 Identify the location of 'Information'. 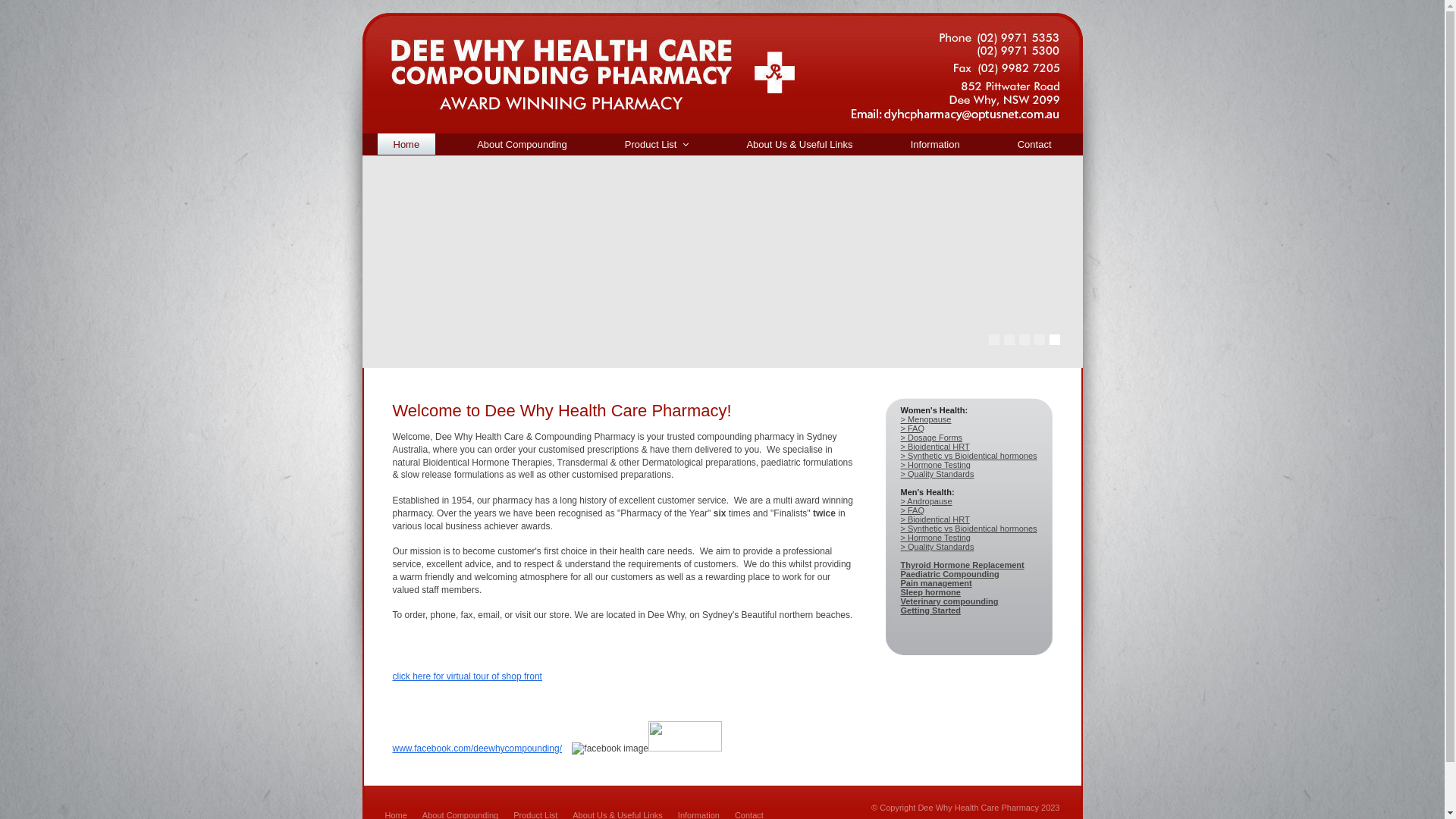
(934, 144).